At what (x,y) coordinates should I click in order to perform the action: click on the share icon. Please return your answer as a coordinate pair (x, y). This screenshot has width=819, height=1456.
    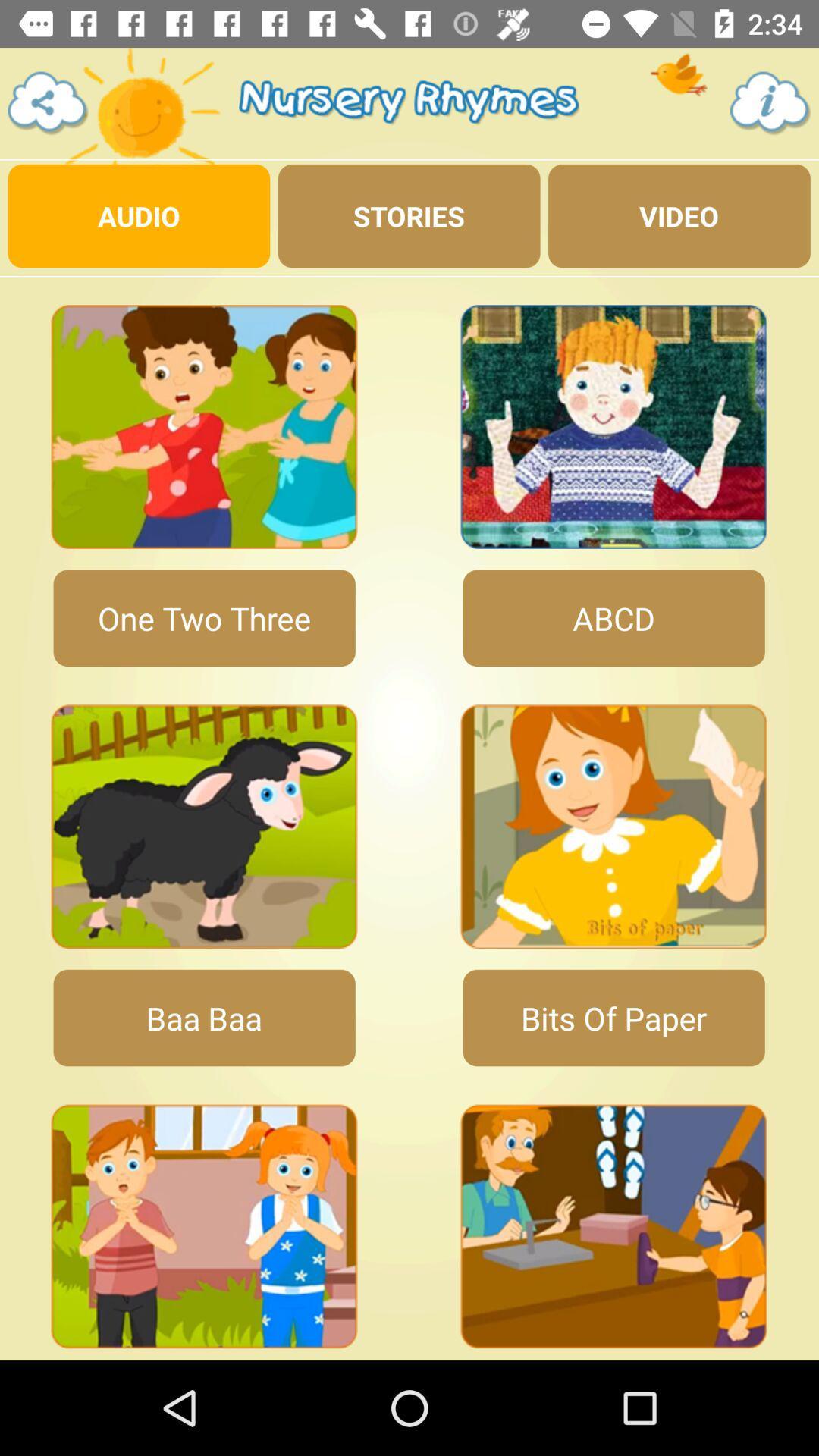
    Looking at the image, I should click on (47, 102).